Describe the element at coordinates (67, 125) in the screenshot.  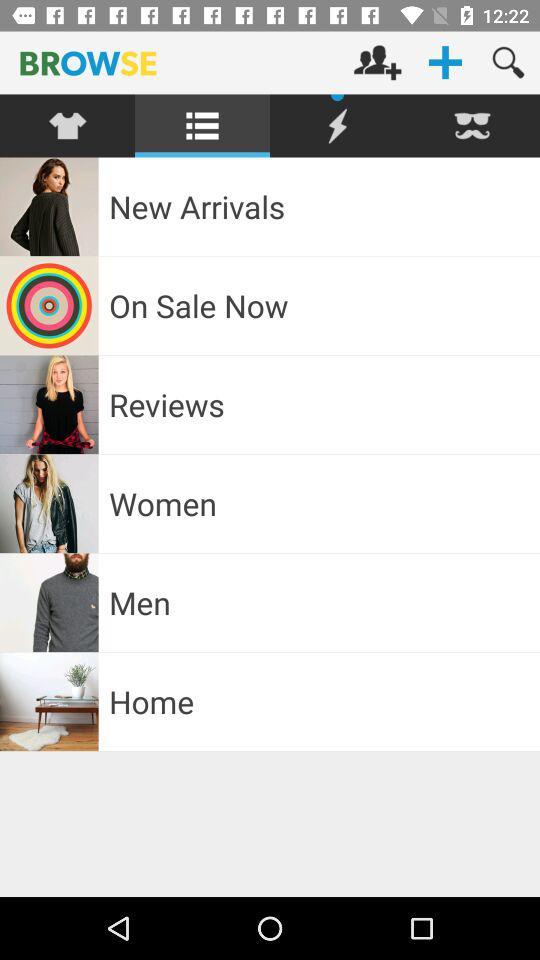
I see `click dress categories` at that location.